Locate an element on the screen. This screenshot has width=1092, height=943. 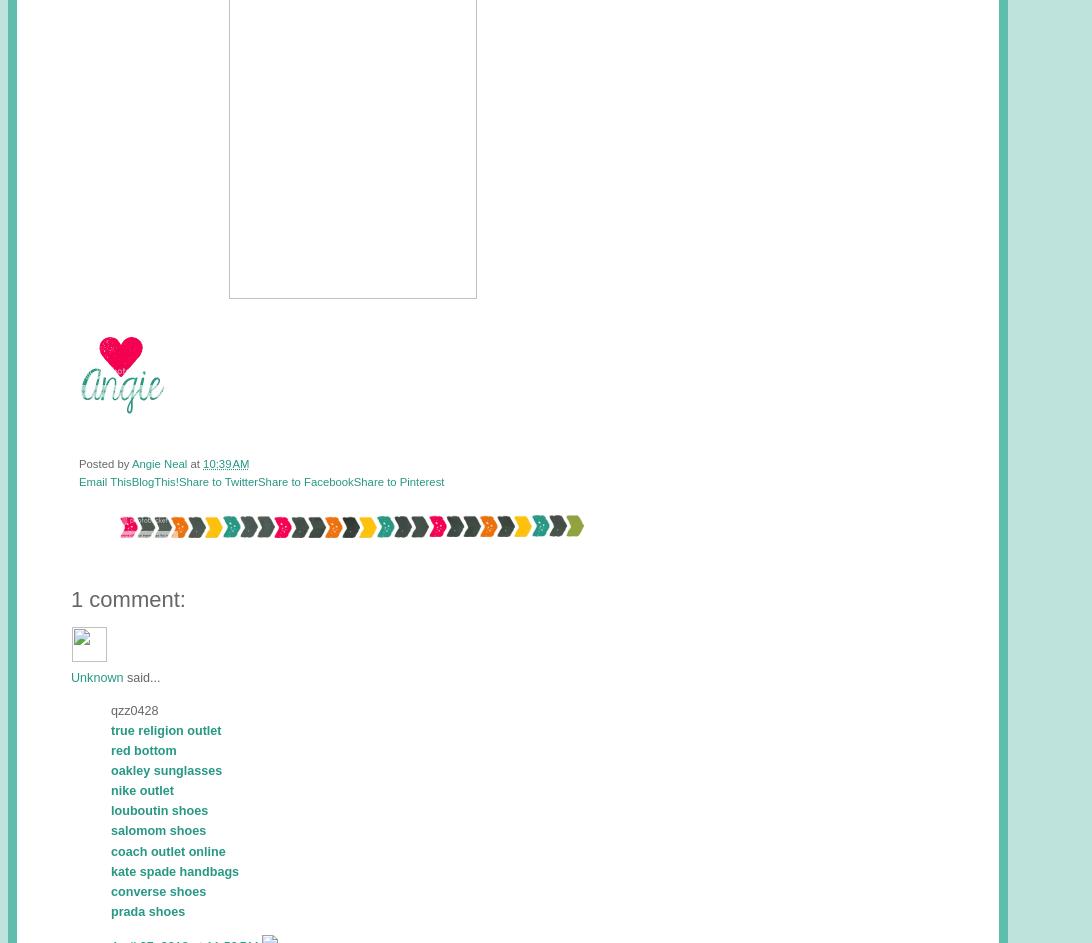
'Email This' is located at coordinates (105, 480).